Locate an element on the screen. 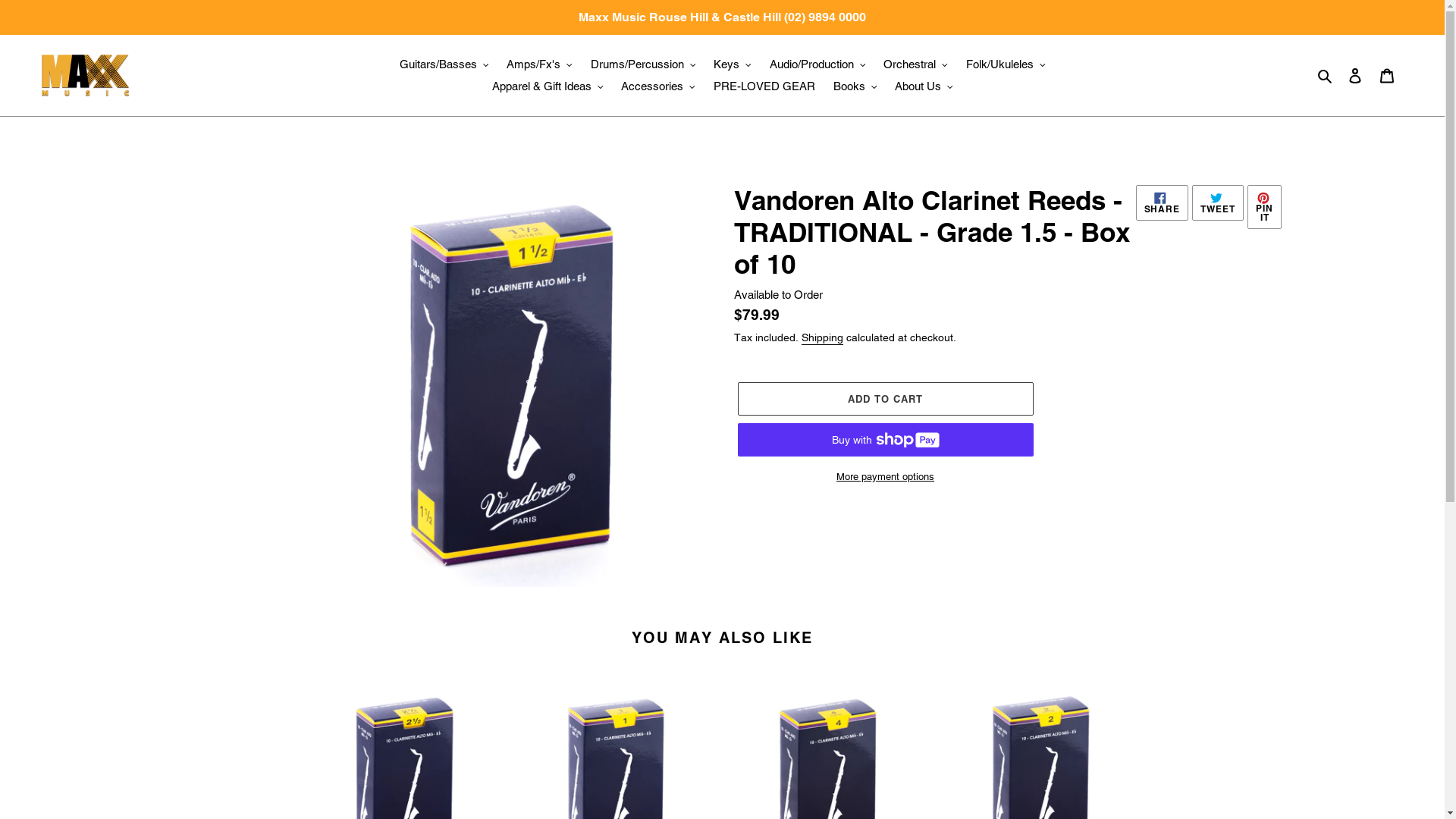  'Books' is located at coordinates (855, 86).